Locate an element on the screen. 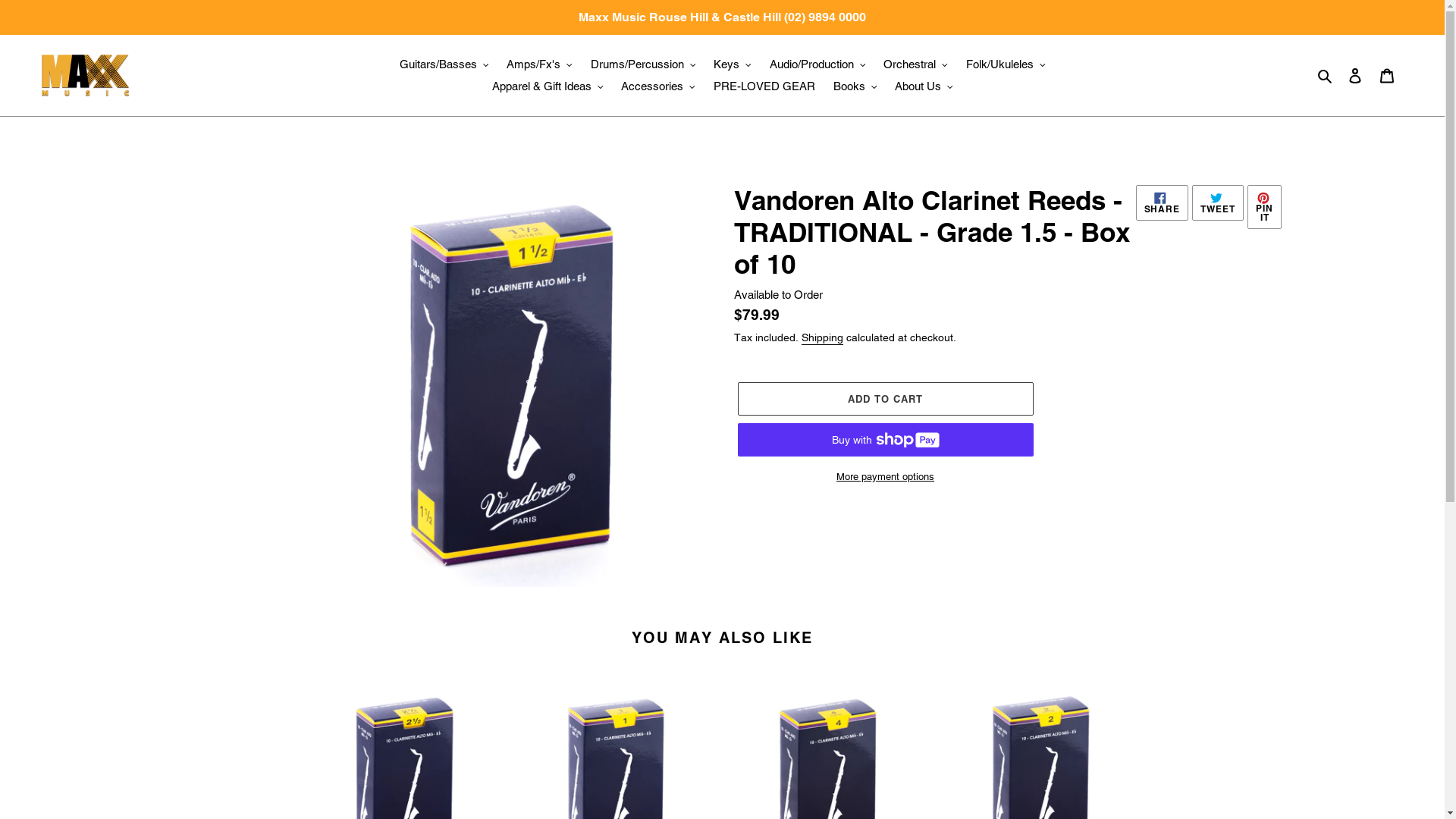  'Books' is located at coordinates (855, 86).